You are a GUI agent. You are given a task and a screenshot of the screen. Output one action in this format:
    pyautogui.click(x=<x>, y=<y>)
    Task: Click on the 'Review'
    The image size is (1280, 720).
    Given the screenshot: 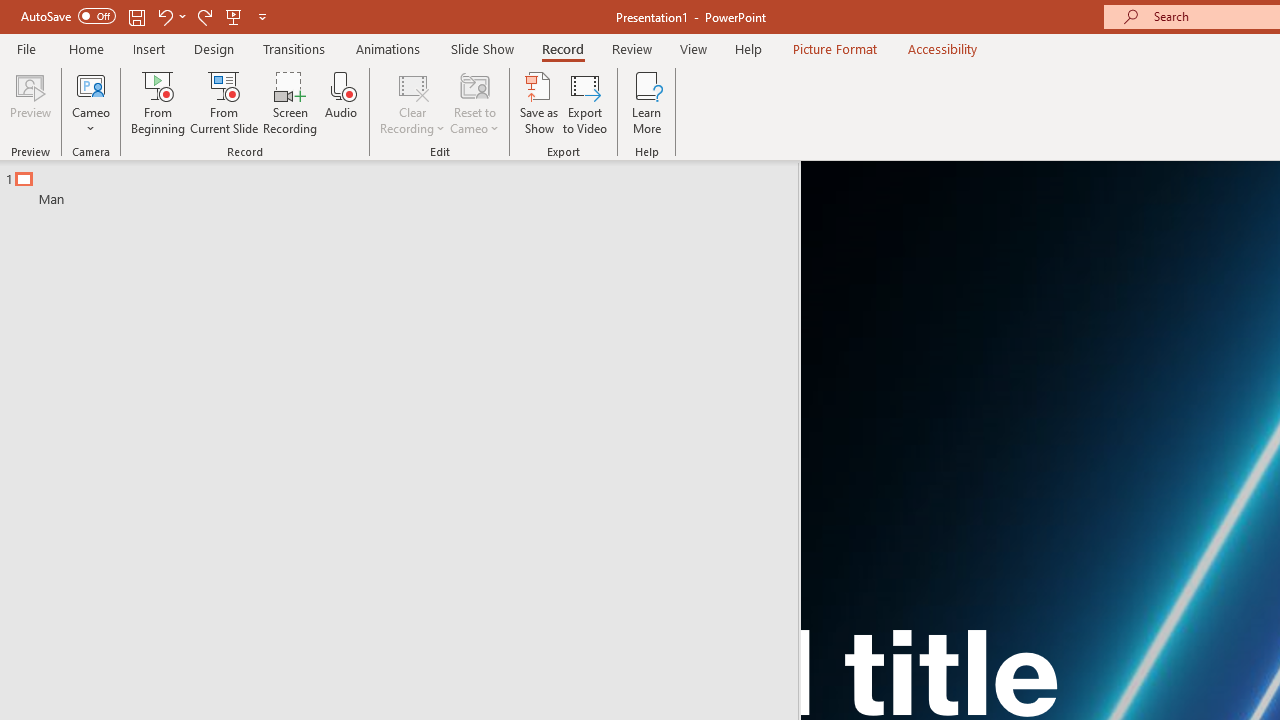 What is the action you would take?
    pyautogui.click(x=630, y=48)
    